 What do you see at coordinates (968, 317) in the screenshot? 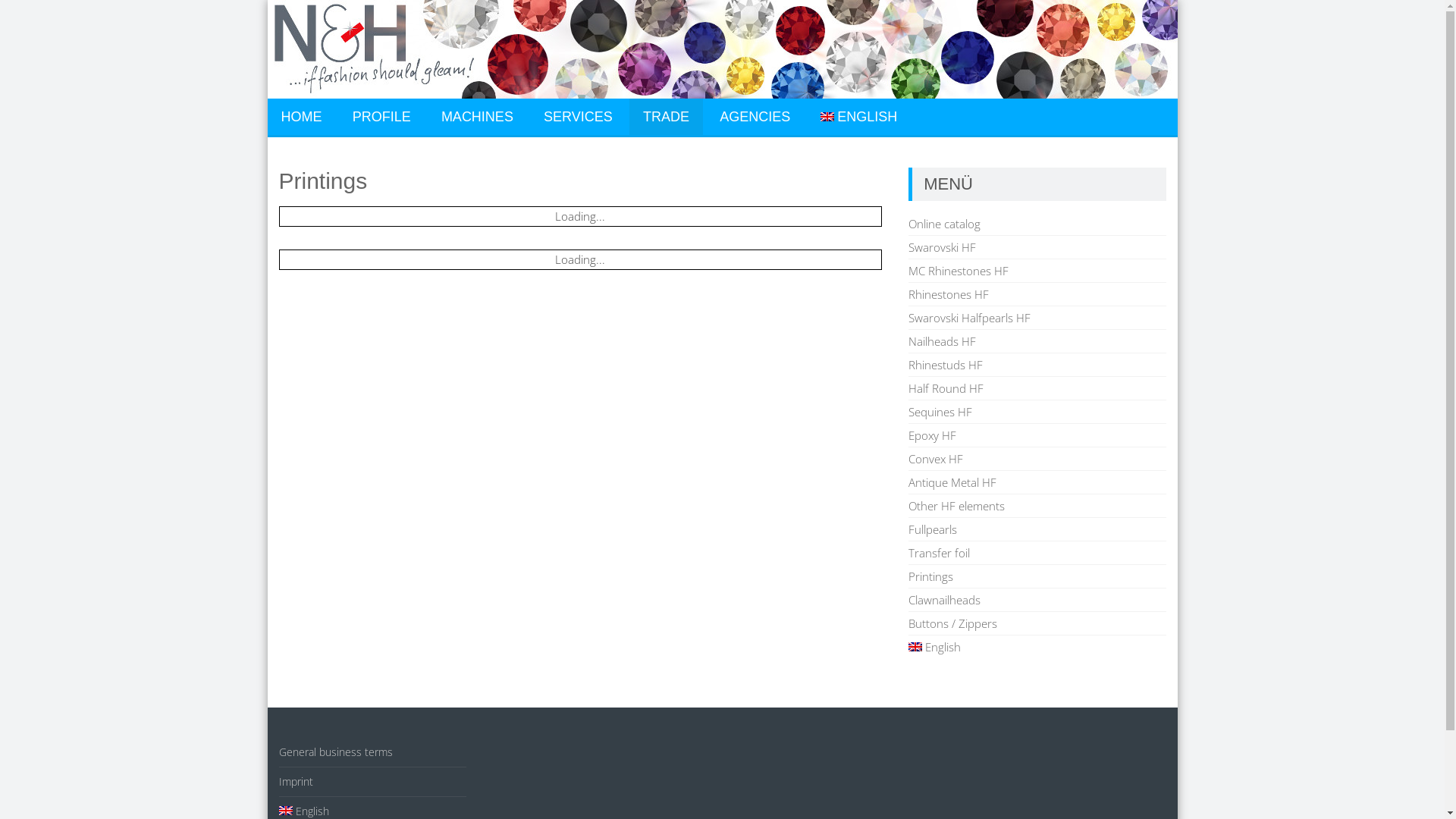
I see `'Swarovski Halfpearls HF'` at bounding box center [968, 317].